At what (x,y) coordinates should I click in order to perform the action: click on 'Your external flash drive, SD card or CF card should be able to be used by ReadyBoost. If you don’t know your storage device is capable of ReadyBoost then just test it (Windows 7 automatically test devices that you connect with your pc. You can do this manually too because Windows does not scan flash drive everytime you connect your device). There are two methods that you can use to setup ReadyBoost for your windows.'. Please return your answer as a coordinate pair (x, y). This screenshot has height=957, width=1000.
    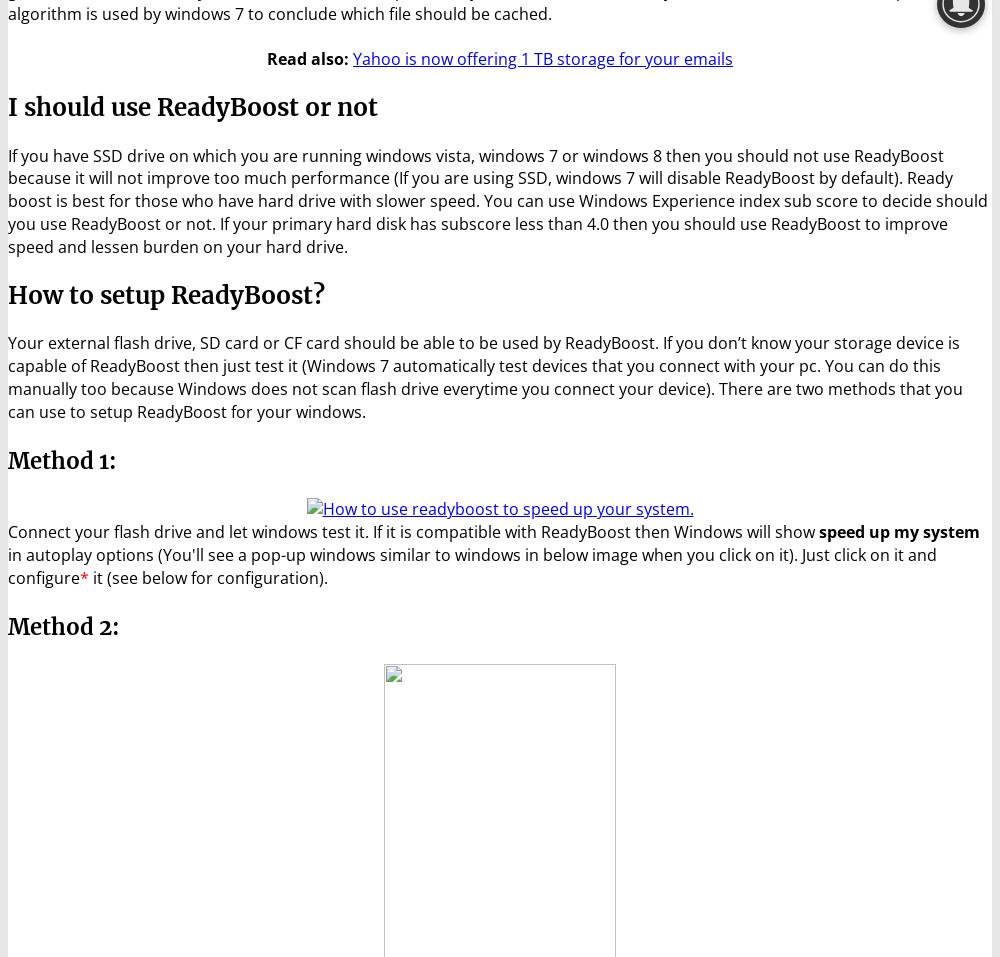
    Looking at the image, I should click on (484, 376).